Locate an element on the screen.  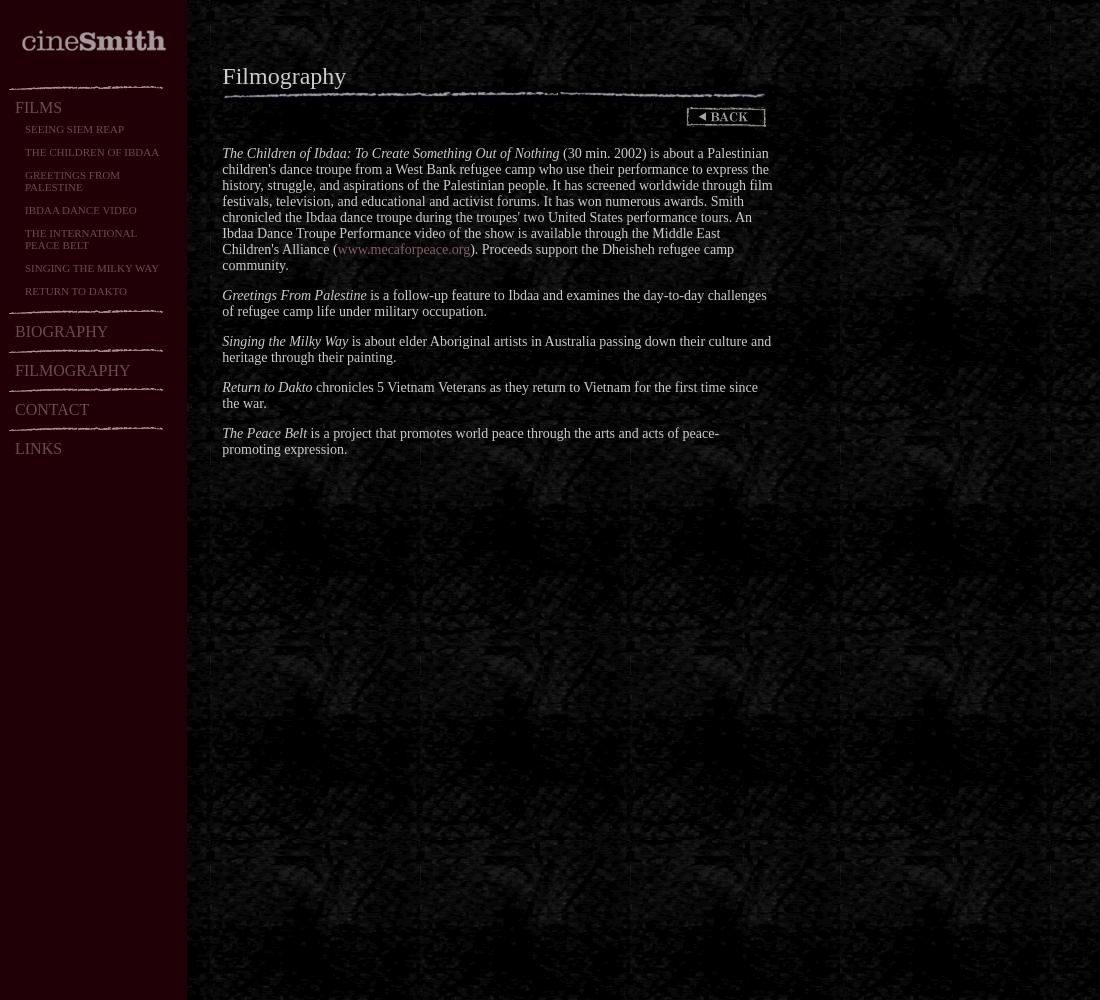
'Greetings From Palestine' is located at coordinates (293, 295).